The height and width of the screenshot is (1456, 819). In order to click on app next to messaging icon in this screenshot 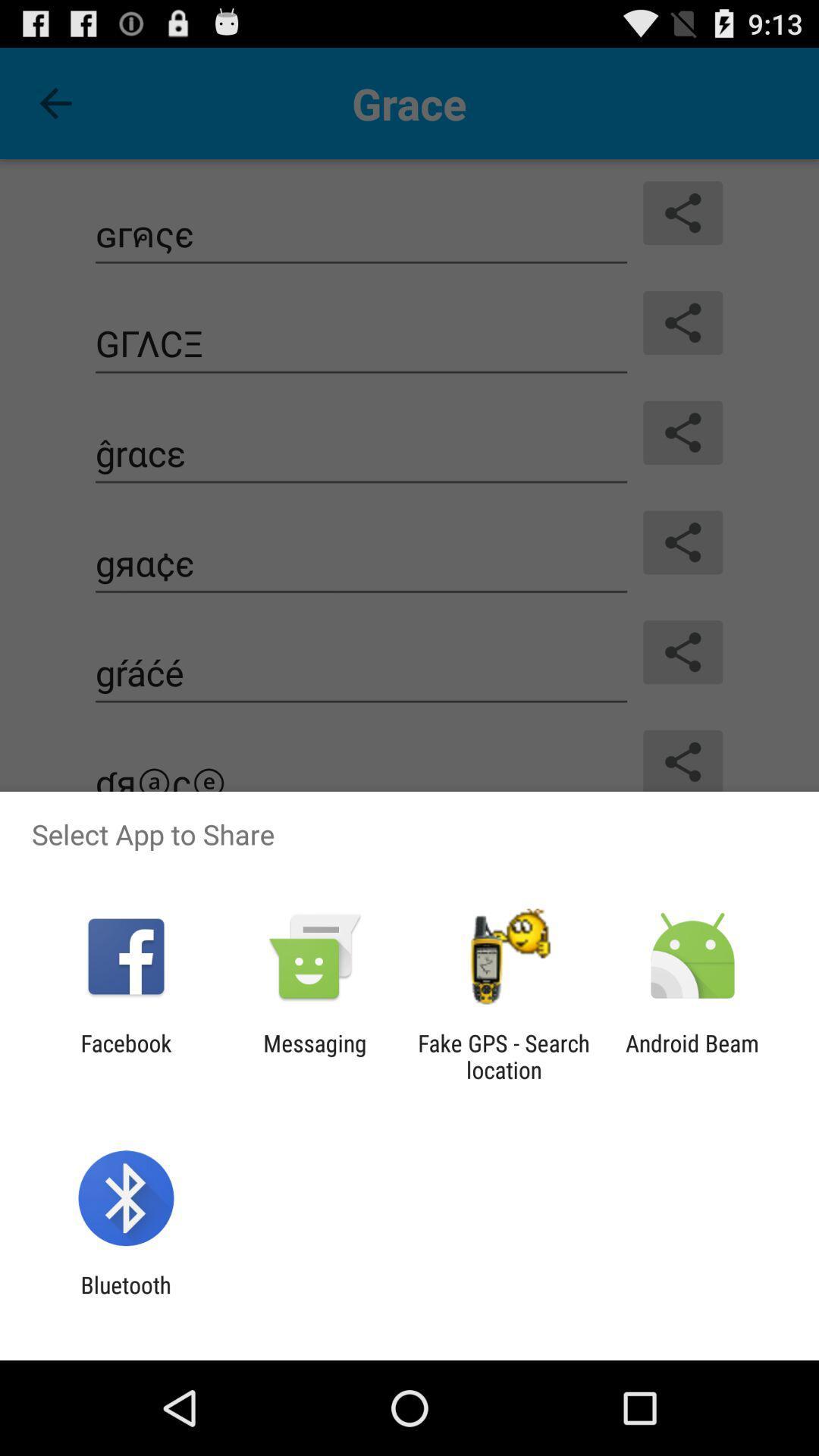, I will do `click(125, 1056)`.